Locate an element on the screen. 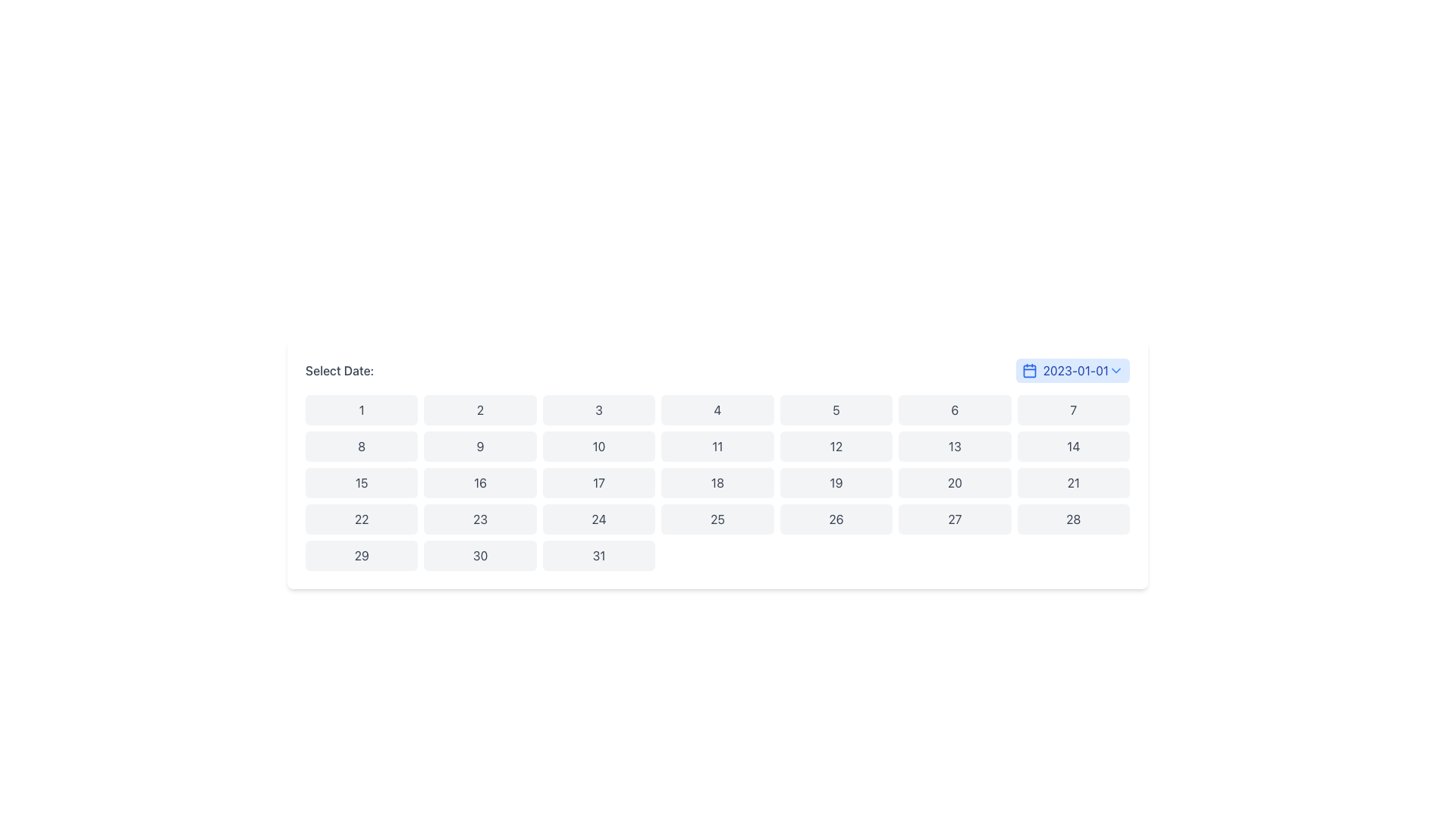 This screenshot has height=819, width=1456. the button for selecting date '7' in the calendar UI is located at coordinates (1072, 409).